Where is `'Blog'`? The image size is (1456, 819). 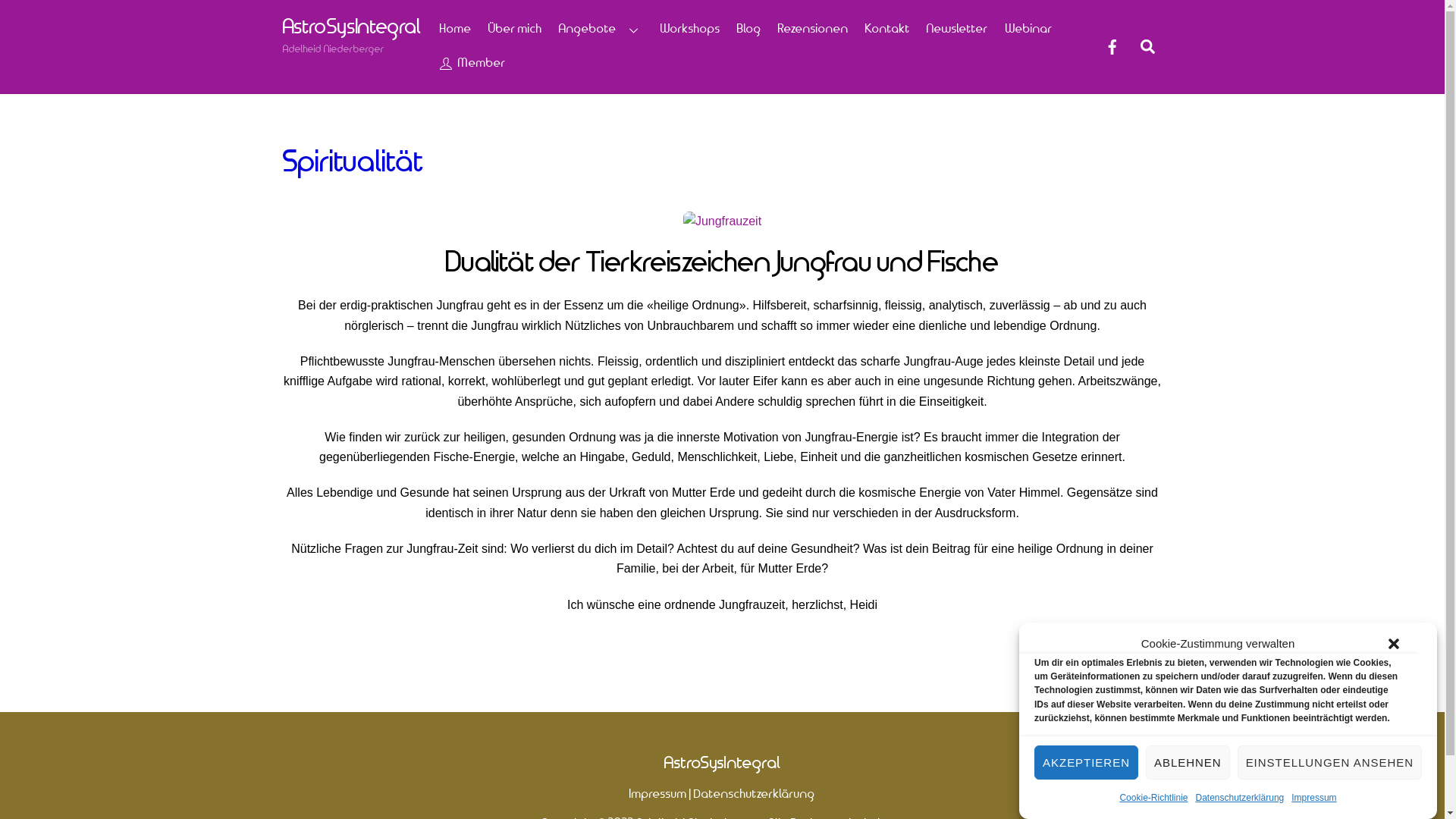
'Blog' is located at coordinates (748, 29).